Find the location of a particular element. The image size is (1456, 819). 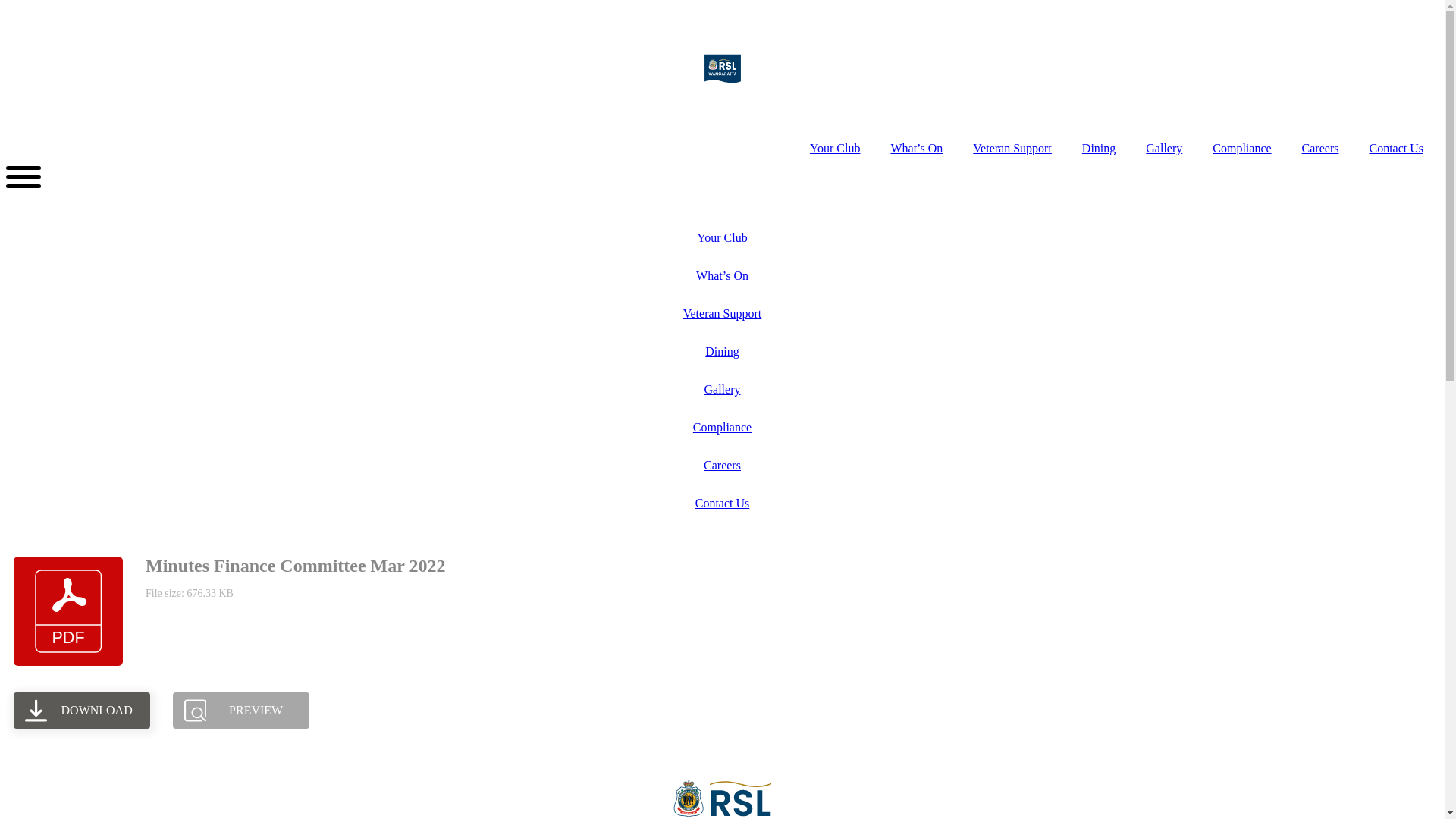

'Careers' is located at coordinates (721, 464).